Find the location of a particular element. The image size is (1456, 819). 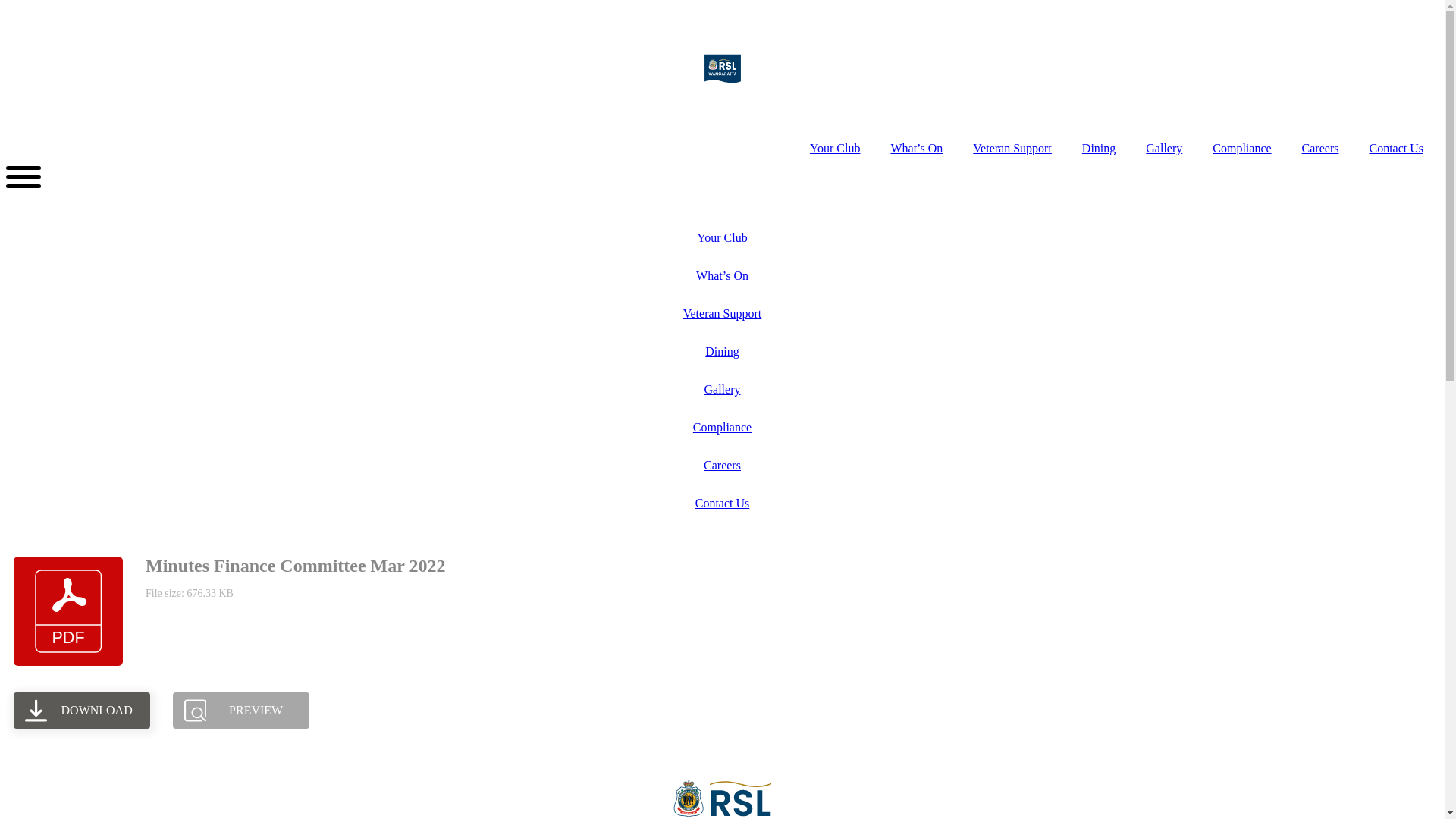

'Careers' is located at coordinates (721, 464).